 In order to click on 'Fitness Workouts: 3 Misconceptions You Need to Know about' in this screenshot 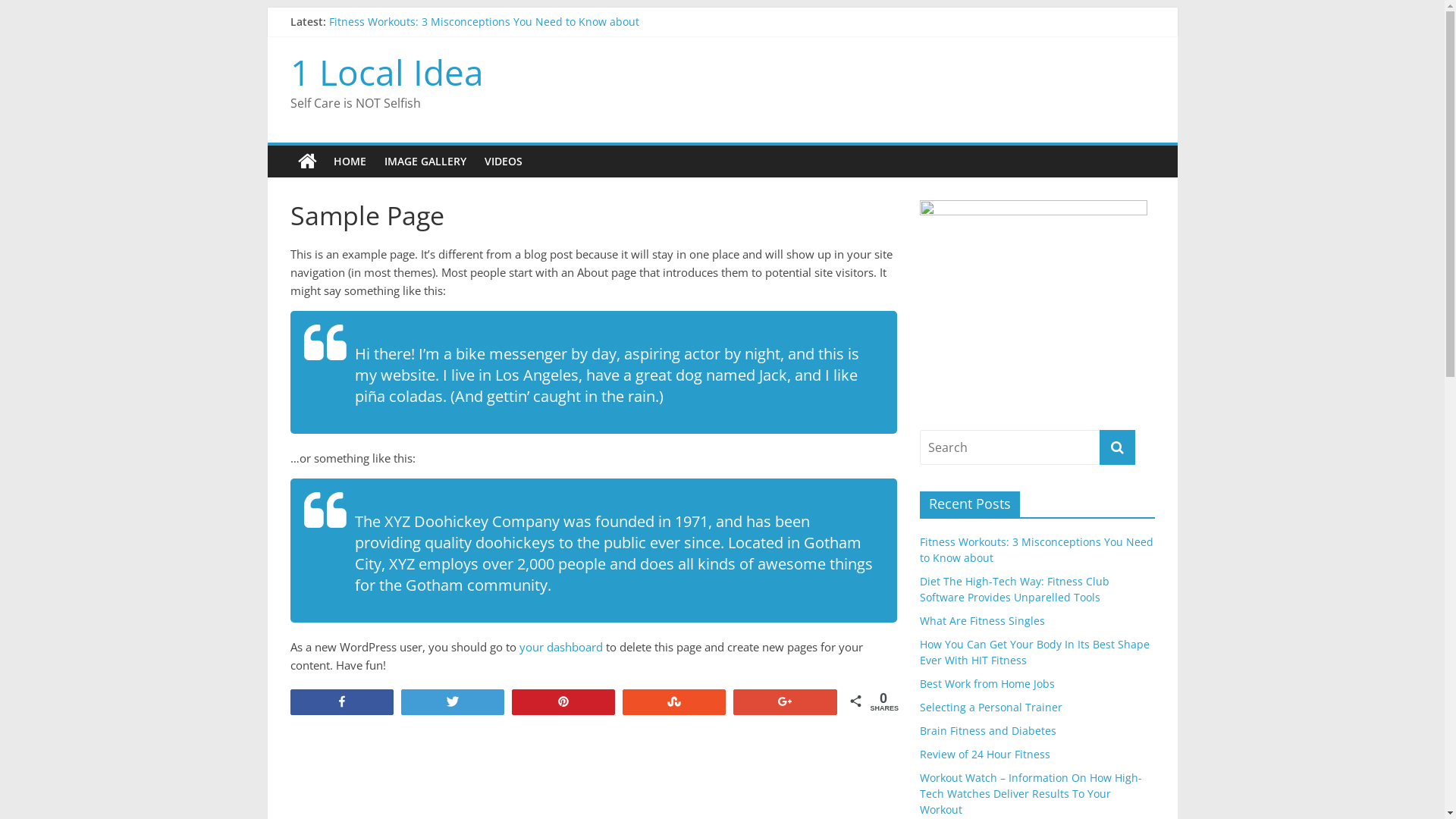, I will do `click(483, 21)`.